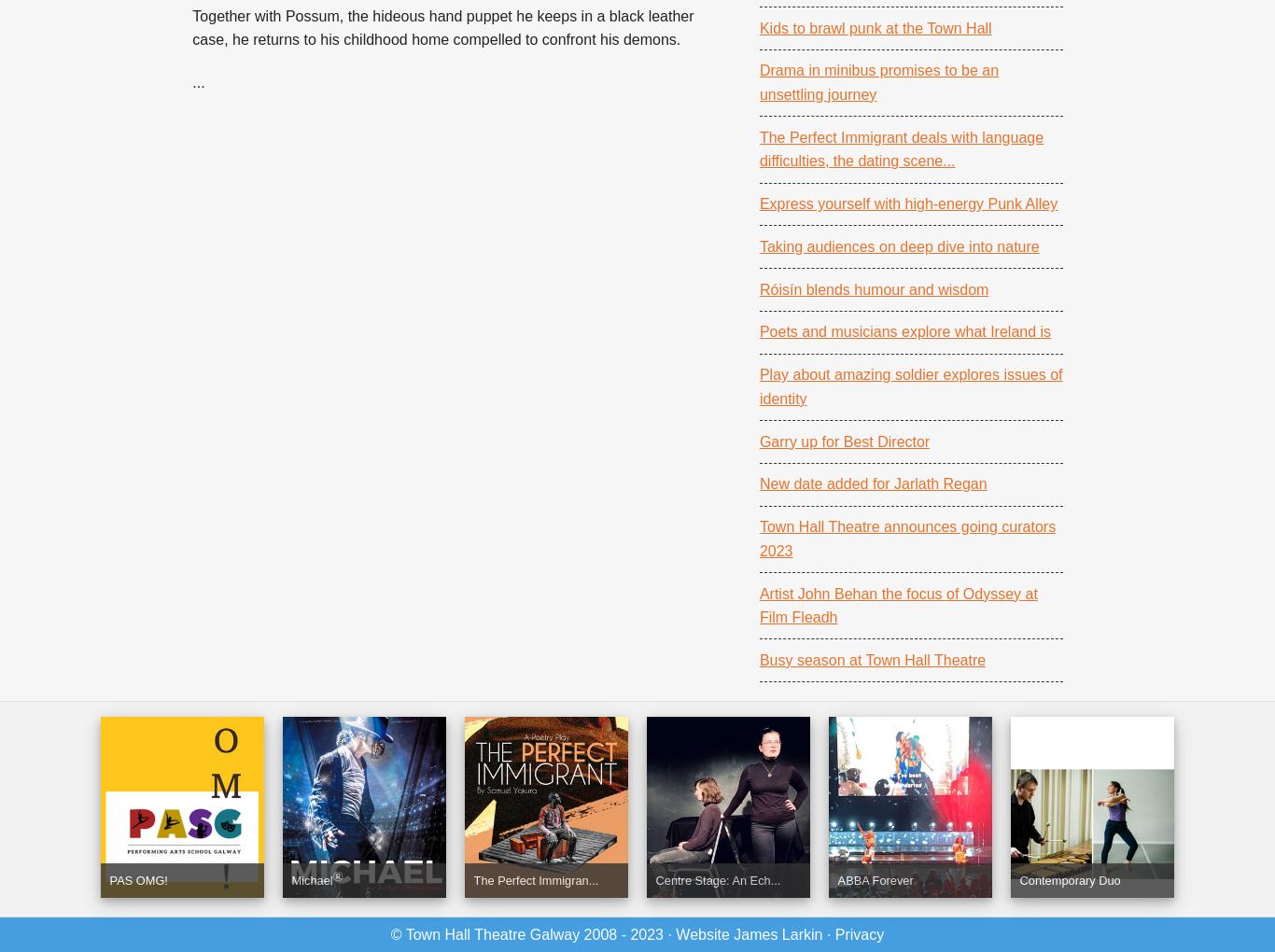 The width and height of the screenshot is (1275, 952). What do you see at coordinates (311, 879) in the screenshot?
I see `'Michael'` at bounding box center [311, 879].